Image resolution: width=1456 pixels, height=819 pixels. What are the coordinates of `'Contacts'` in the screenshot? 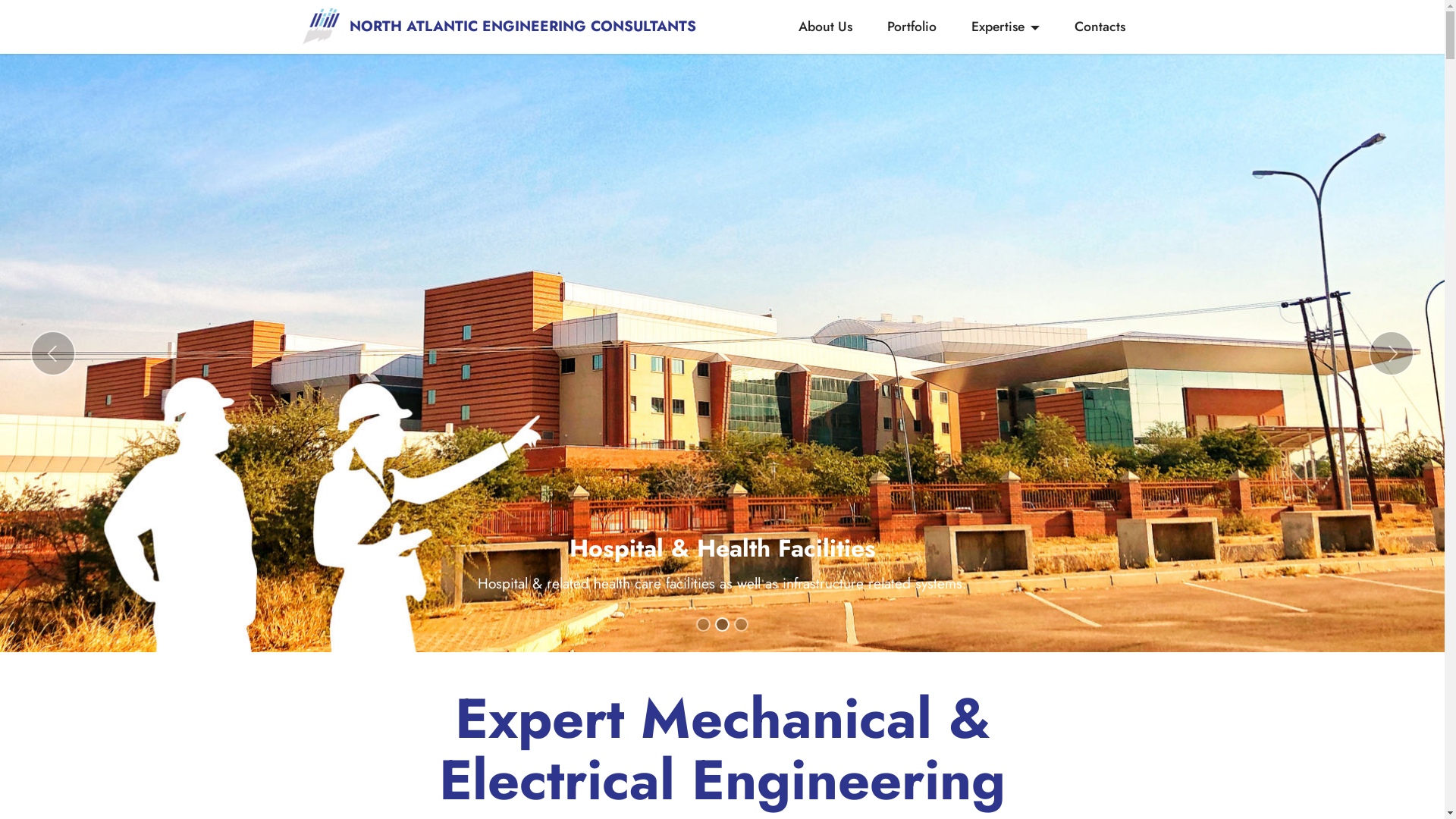 It's located at (1099, 26).